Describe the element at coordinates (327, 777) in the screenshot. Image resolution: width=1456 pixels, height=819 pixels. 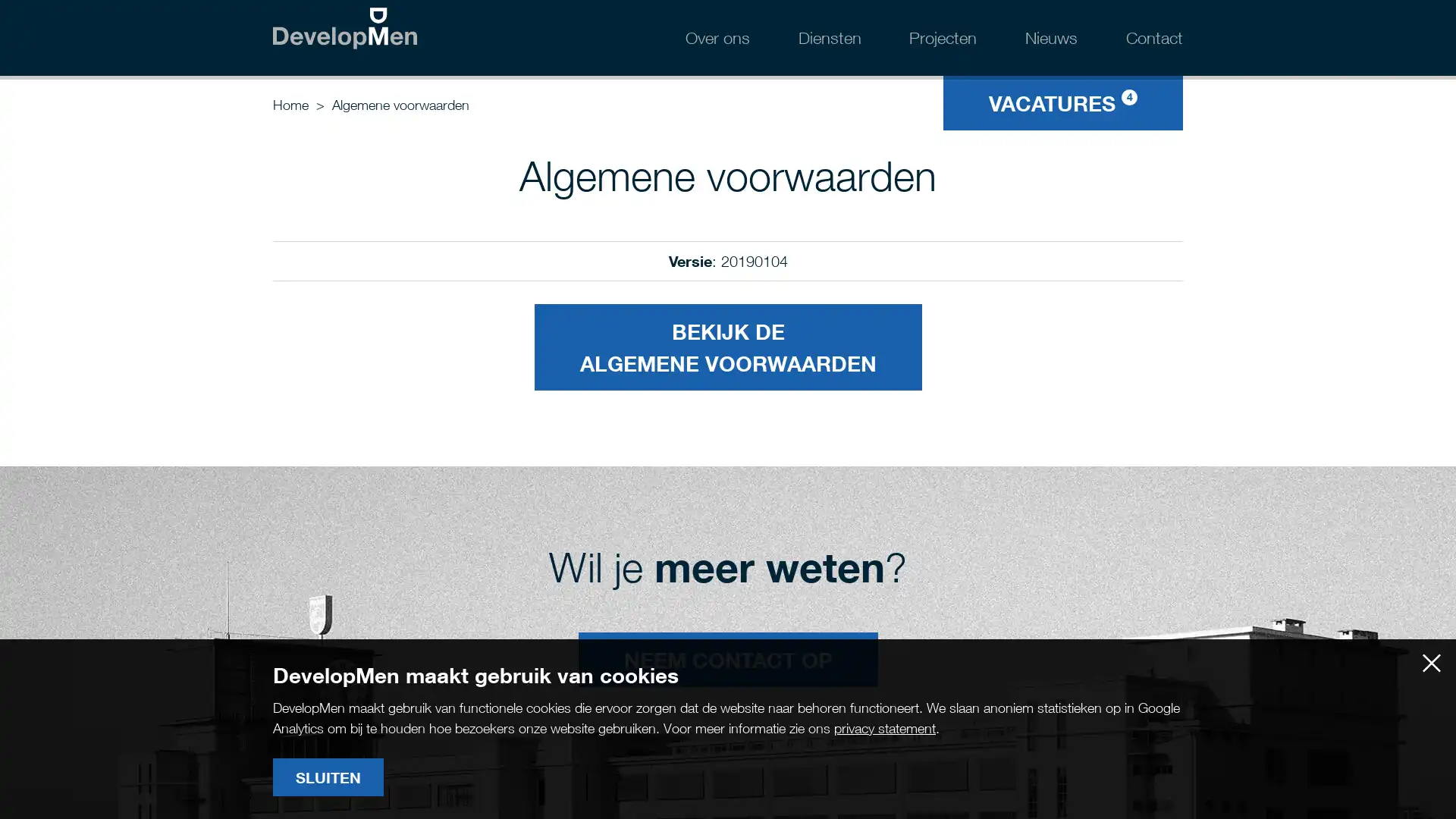
I see `SLUITEN` at that location.